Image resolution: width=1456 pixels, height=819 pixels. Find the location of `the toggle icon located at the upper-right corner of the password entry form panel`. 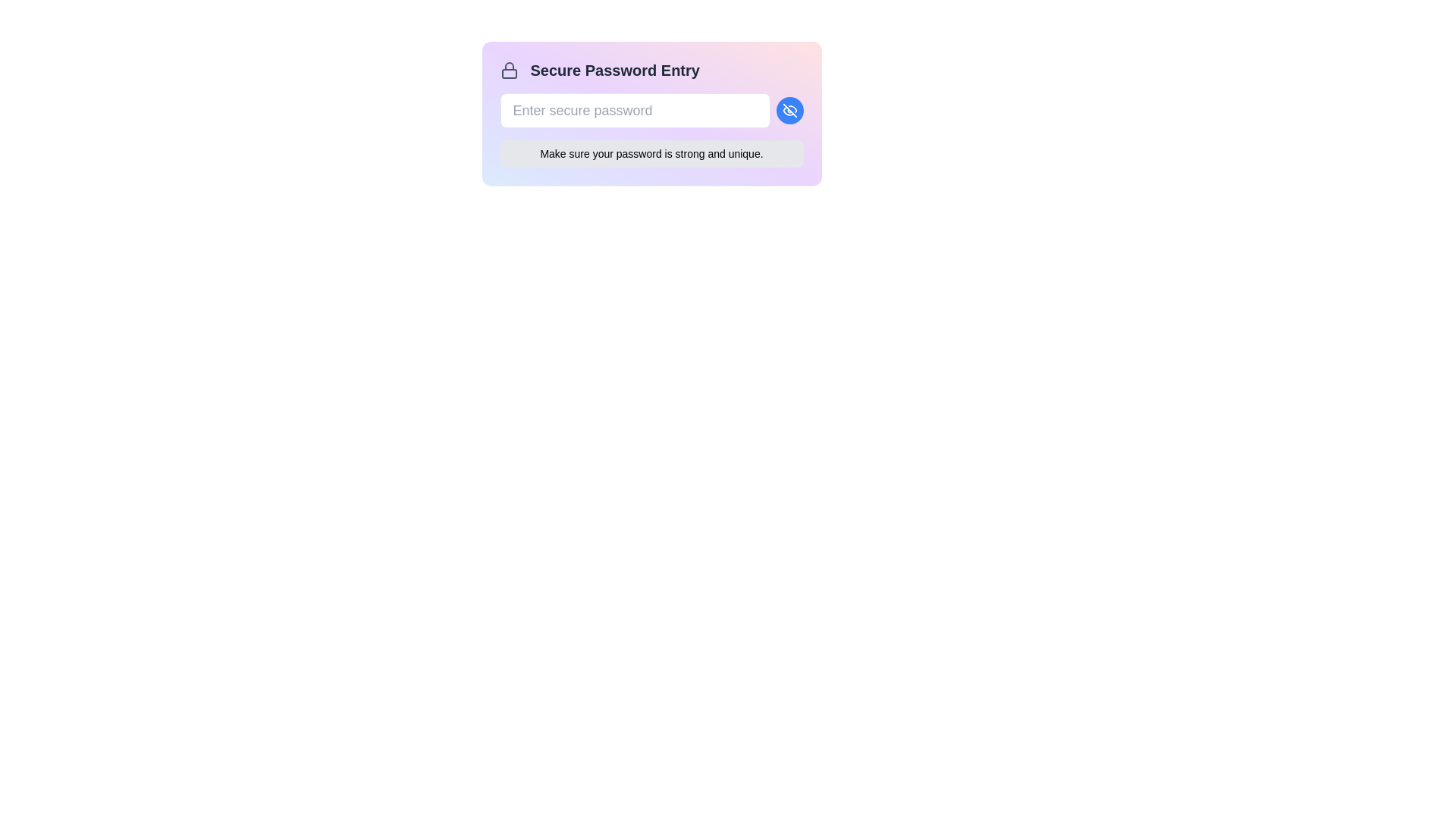

the toggle icon located at the upper-right corner of the password entry form panel is located at coordinates (789, 110).